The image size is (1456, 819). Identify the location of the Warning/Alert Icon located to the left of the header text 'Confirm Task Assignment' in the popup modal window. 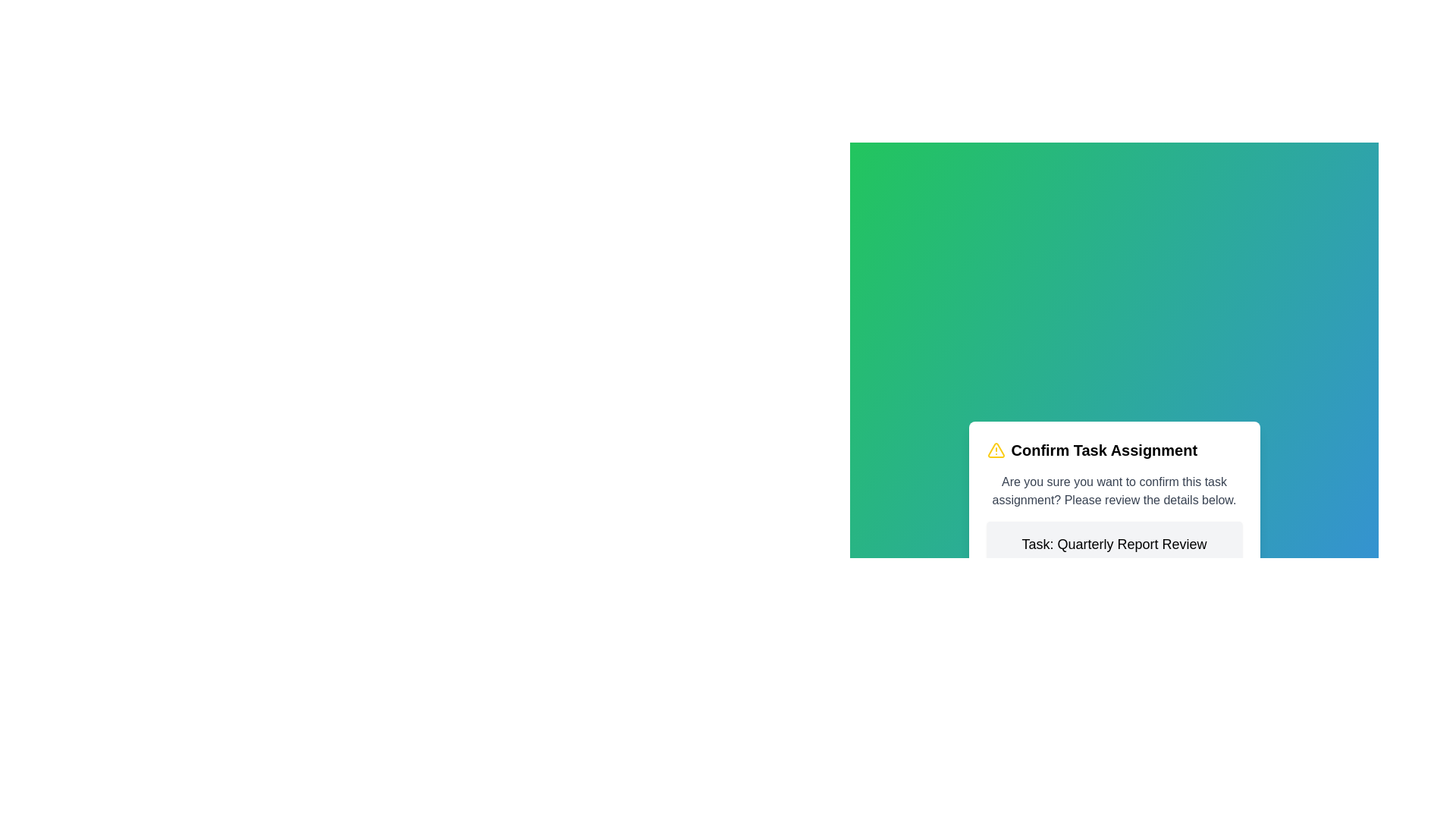
(996, 450).